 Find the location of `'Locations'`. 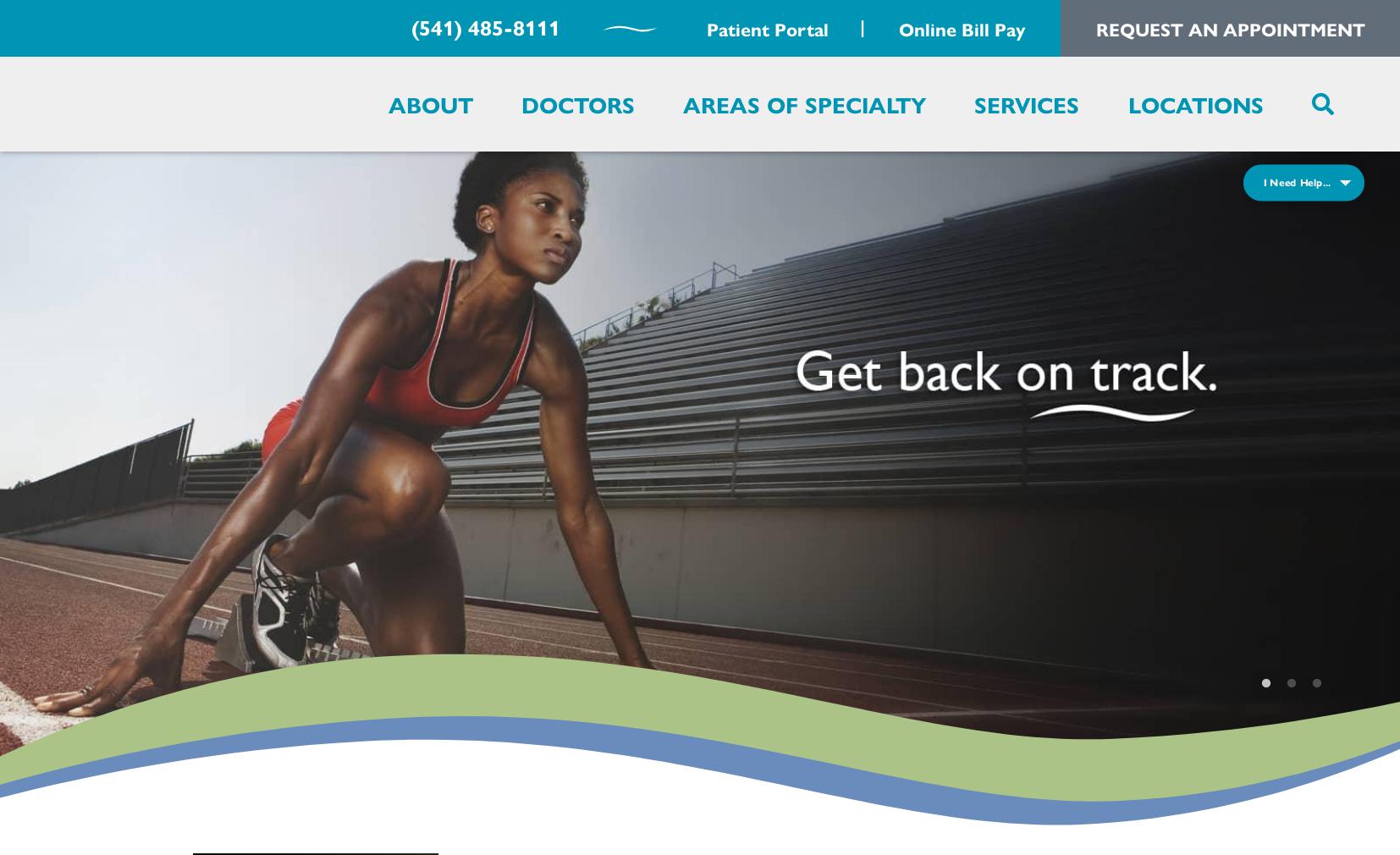

'Locations' is located at coordinates (1195, 102).